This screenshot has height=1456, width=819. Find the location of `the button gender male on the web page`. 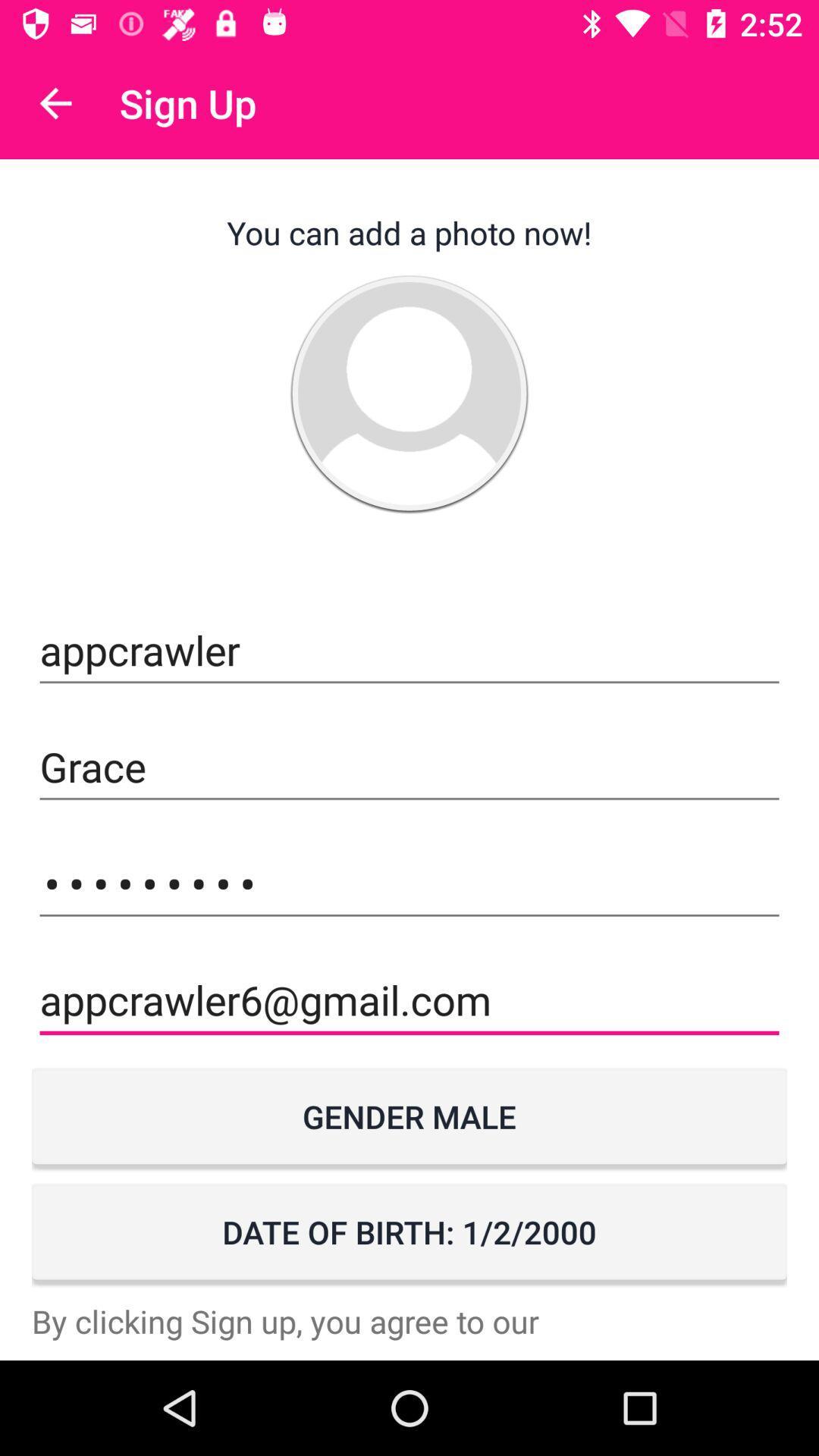

the button gender male on the web page is located at coordinates (409, 1116).